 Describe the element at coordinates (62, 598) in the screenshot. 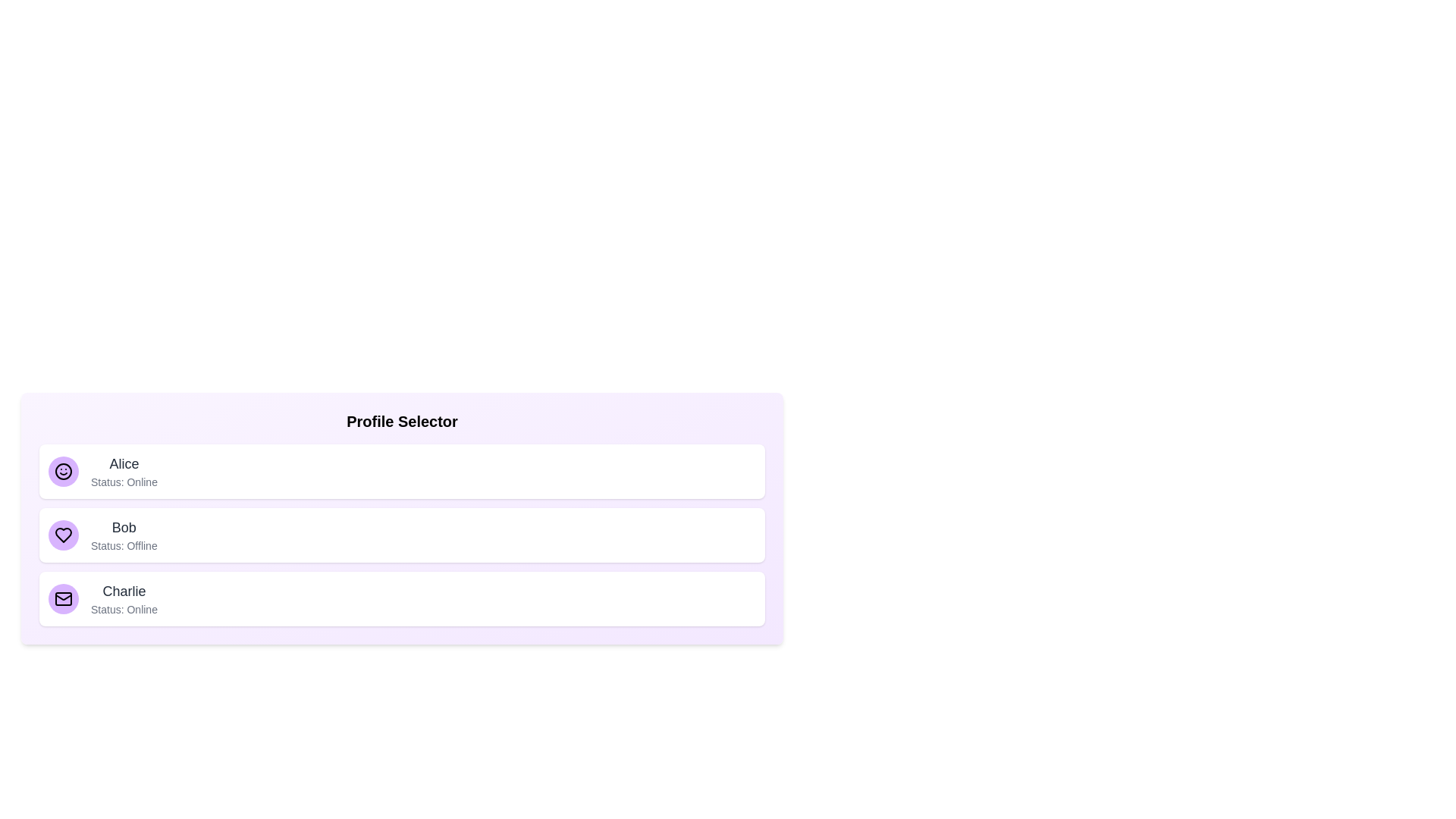

I see `the avatar associated with the profile Charlie` at that location.